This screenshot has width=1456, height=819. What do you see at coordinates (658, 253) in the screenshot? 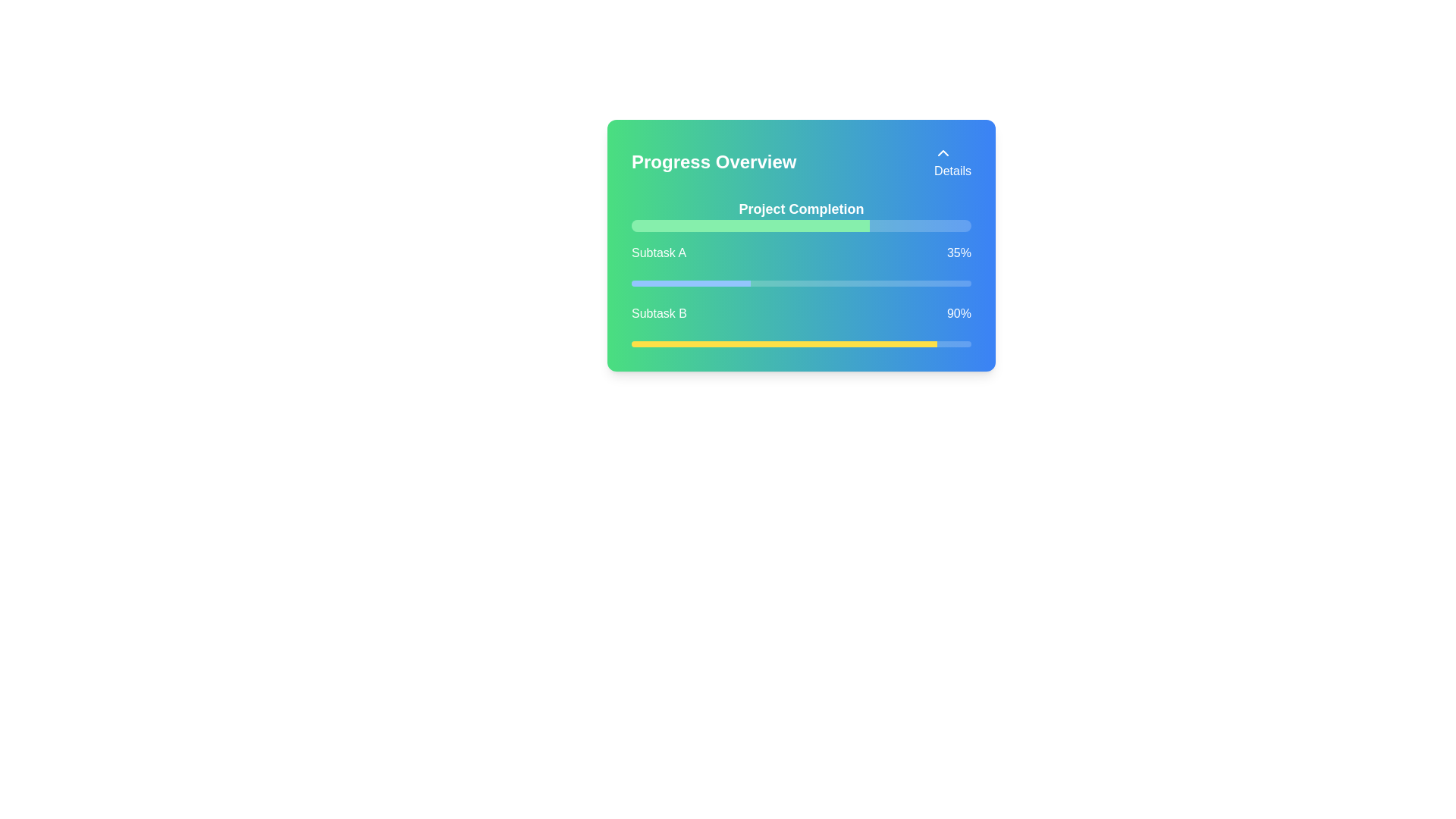
I see `the descriptive label for 'Subtask A 35%' located on the left side of the progress overview section` at bounding box center [658, 253].